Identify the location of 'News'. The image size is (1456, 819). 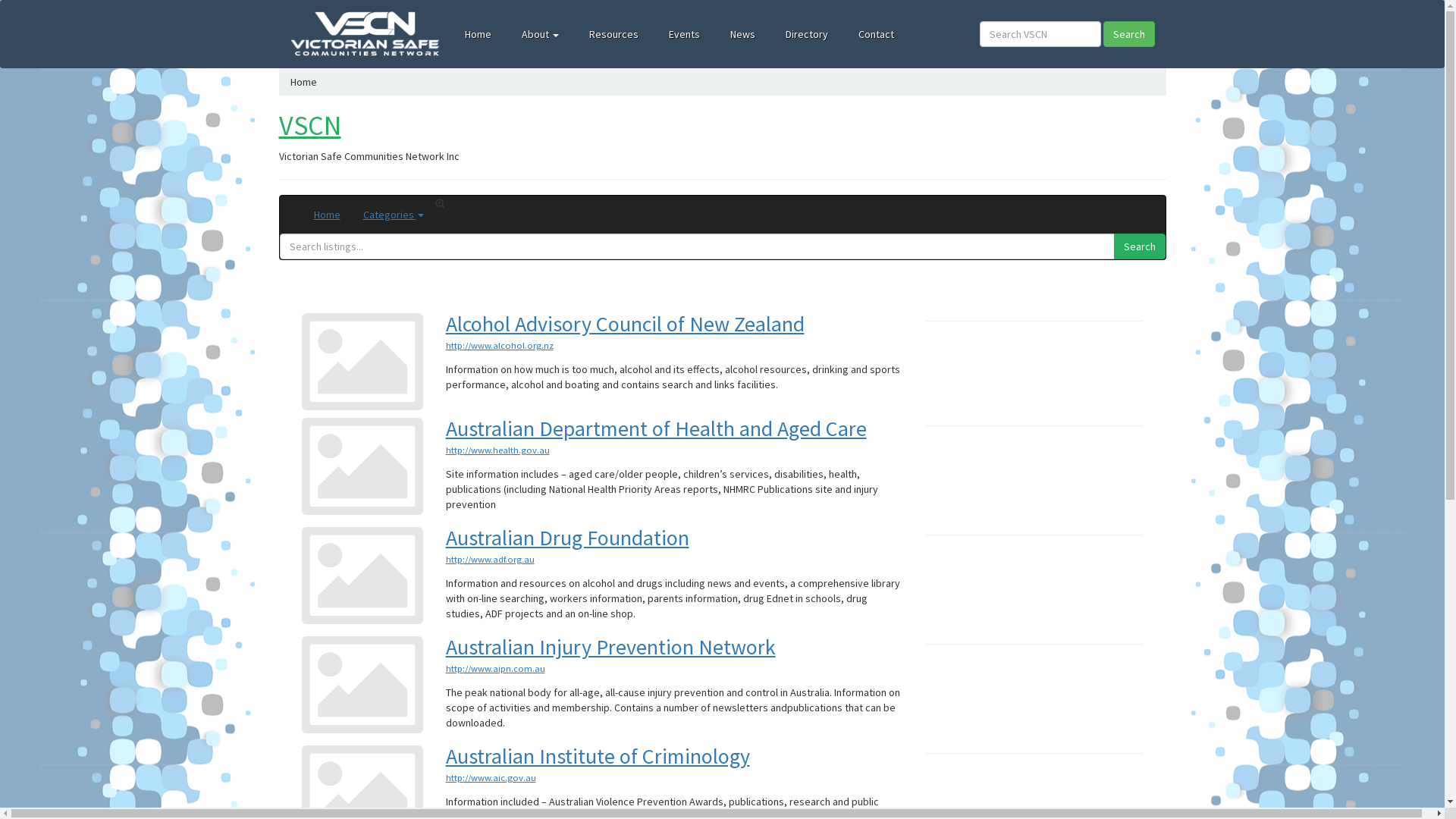
(742, 34).